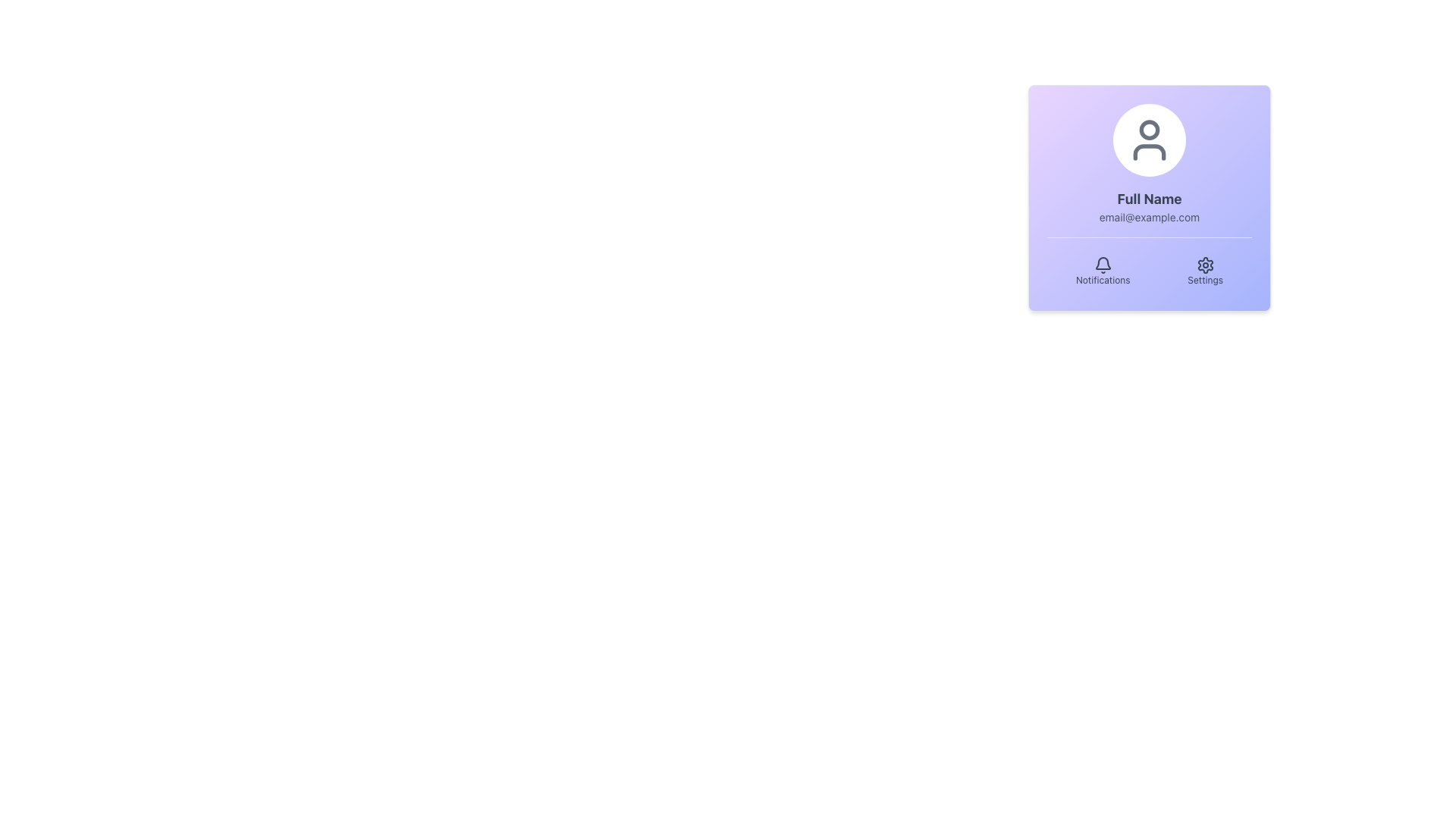 Image resolution: width=1456 pixels, height=819 pixels. What do you see at coordinates (1150, 128) in the screenshot?
I see `the Circle element that represents the face within the user icon at the top of the card` at bounding box center [1150, 128].